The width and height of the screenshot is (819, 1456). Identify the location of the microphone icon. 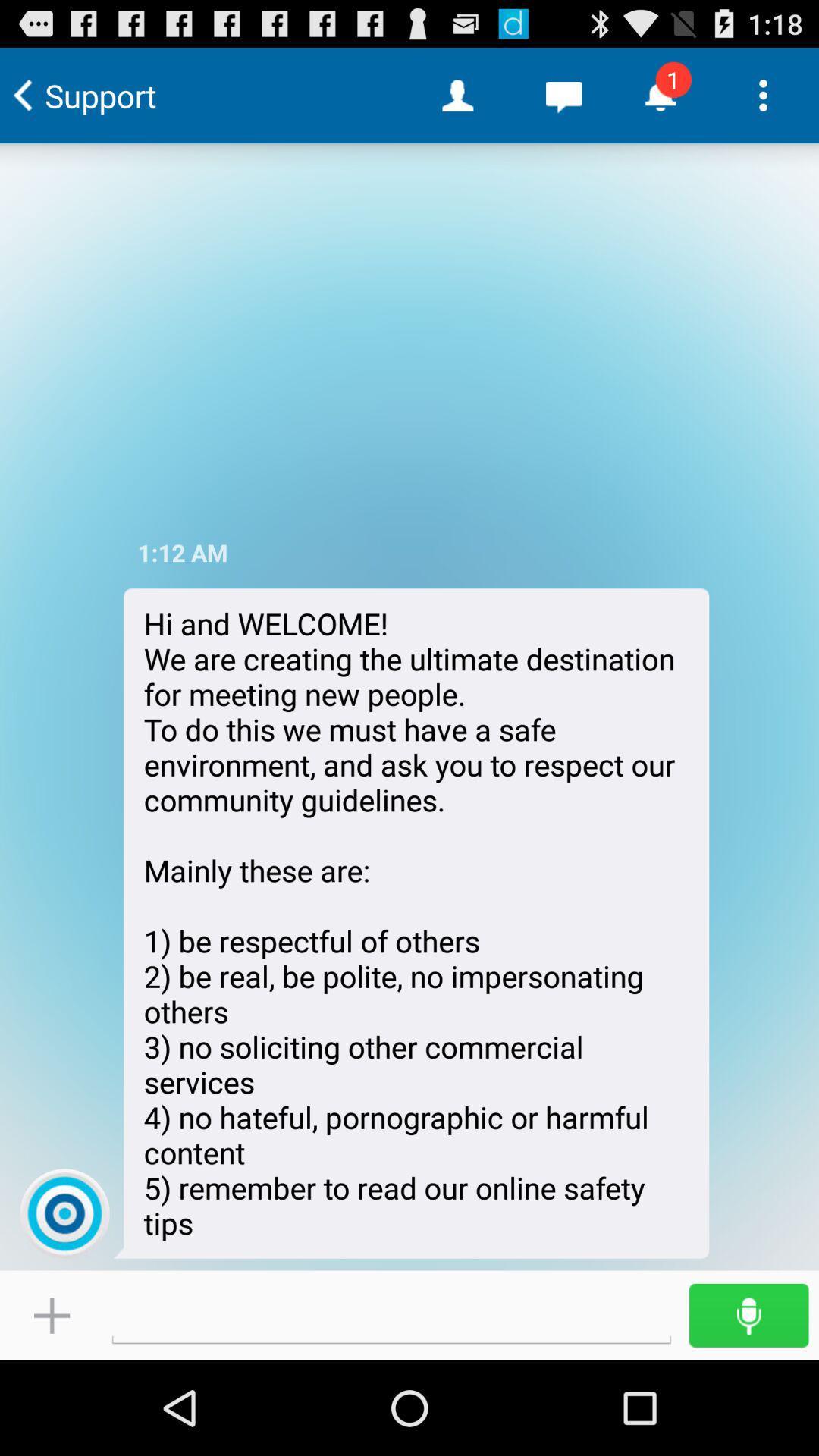
(748, 1407).